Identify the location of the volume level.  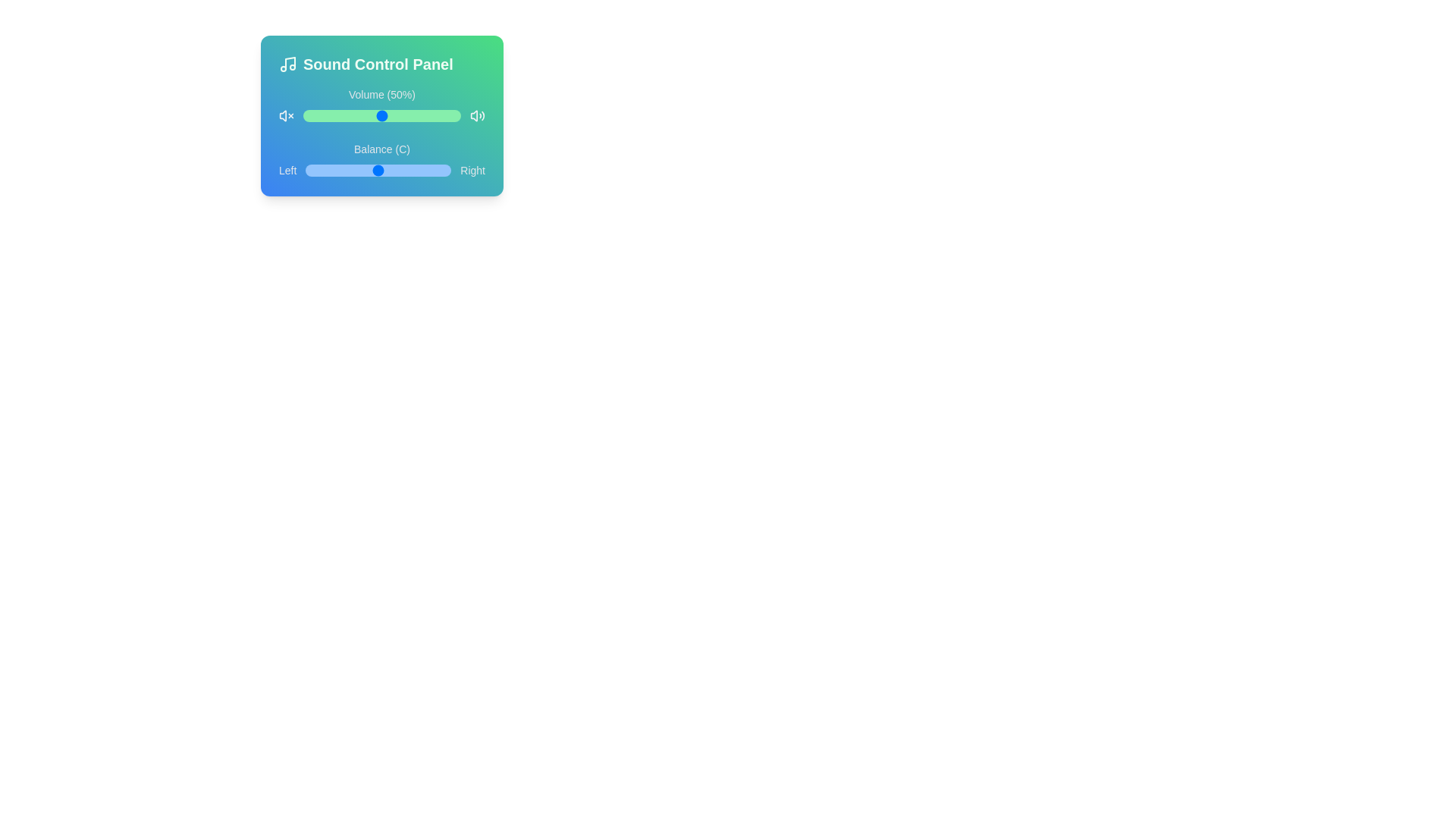
(436, 115).